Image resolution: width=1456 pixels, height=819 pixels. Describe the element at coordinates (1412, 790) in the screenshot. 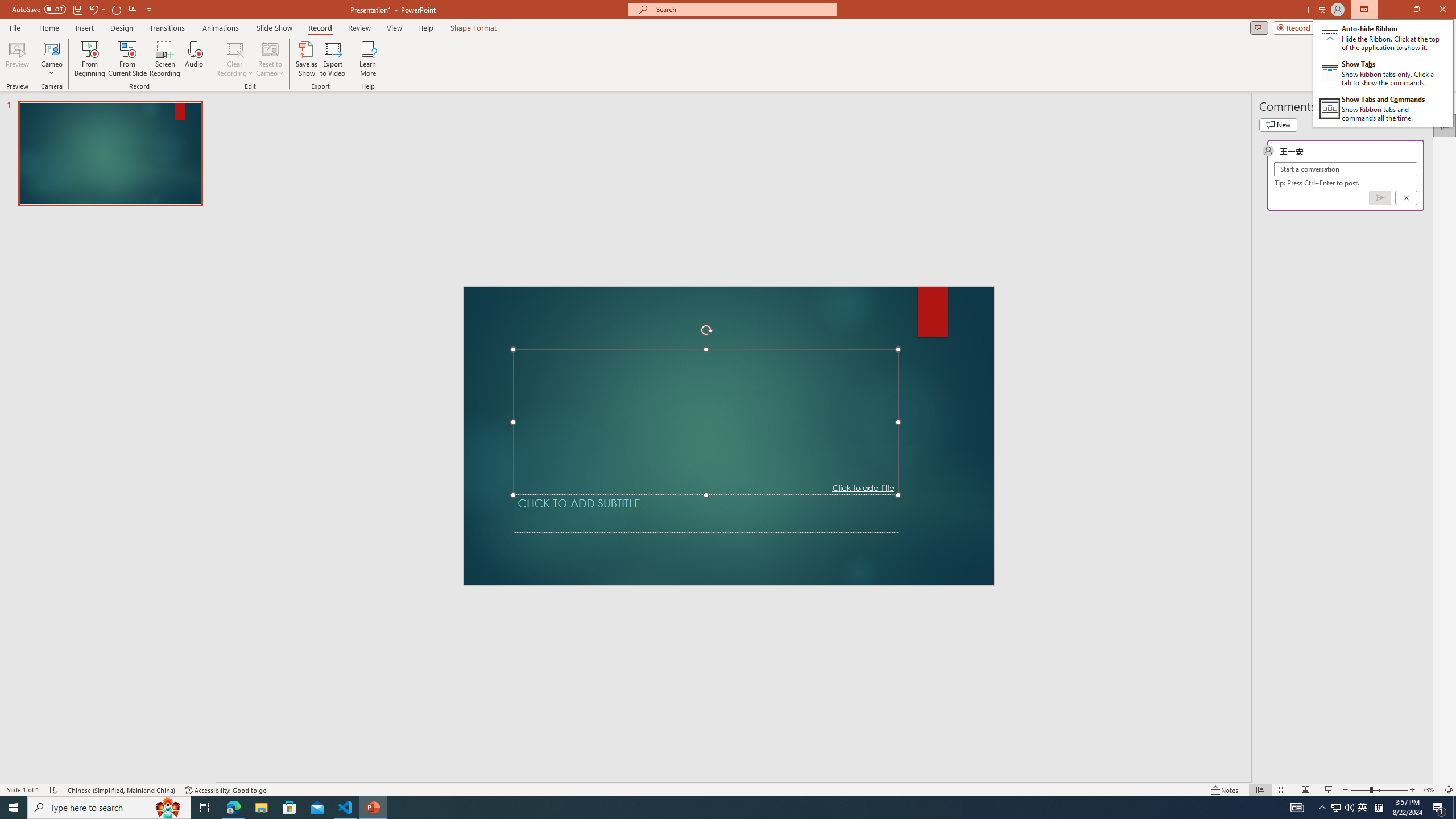

I see `'Zoom In'` at that location.